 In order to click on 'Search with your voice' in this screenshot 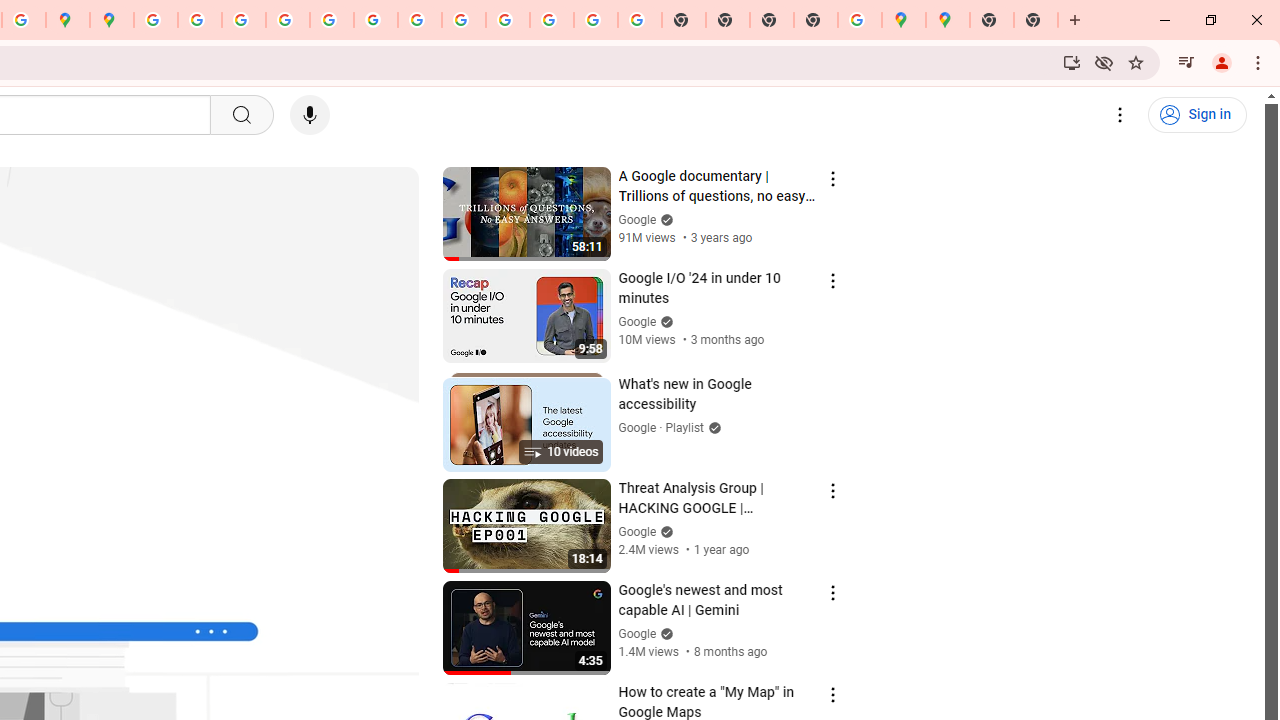, I will do `click(308, 115)`.